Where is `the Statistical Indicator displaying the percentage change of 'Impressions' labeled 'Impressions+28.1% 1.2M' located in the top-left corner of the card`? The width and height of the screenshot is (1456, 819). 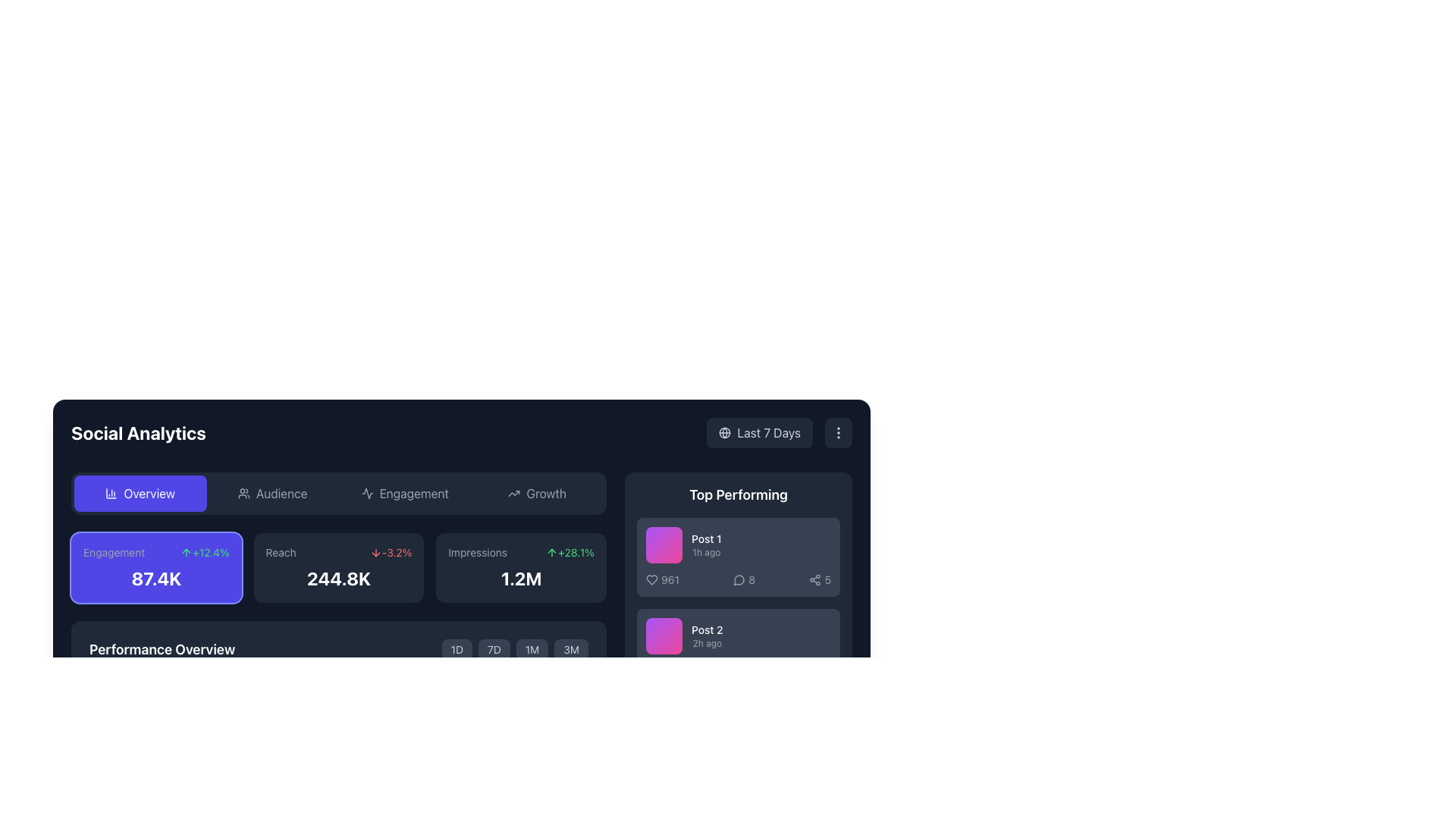 the Statistical Indicator displaying the percentage change of 'Impressions' labeled 'Impressions+28.1% 1.2M' located in the top-left corner of the card is located at coordinates (521, 553).